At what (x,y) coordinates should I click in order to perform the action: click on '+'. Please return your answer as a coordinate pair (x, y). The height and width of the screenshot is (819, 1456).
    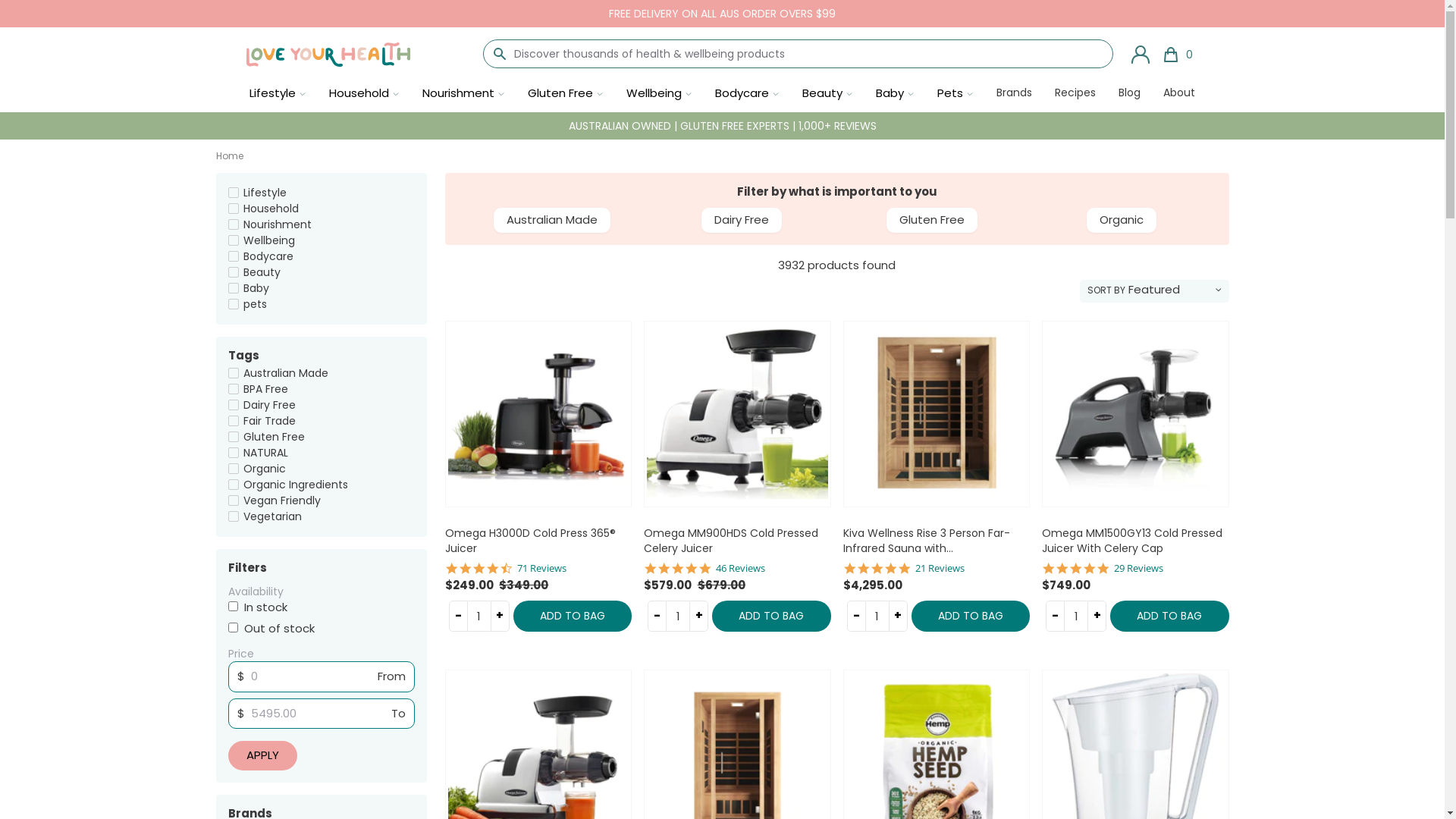
    Looking at the image, I should click on (500, 616).